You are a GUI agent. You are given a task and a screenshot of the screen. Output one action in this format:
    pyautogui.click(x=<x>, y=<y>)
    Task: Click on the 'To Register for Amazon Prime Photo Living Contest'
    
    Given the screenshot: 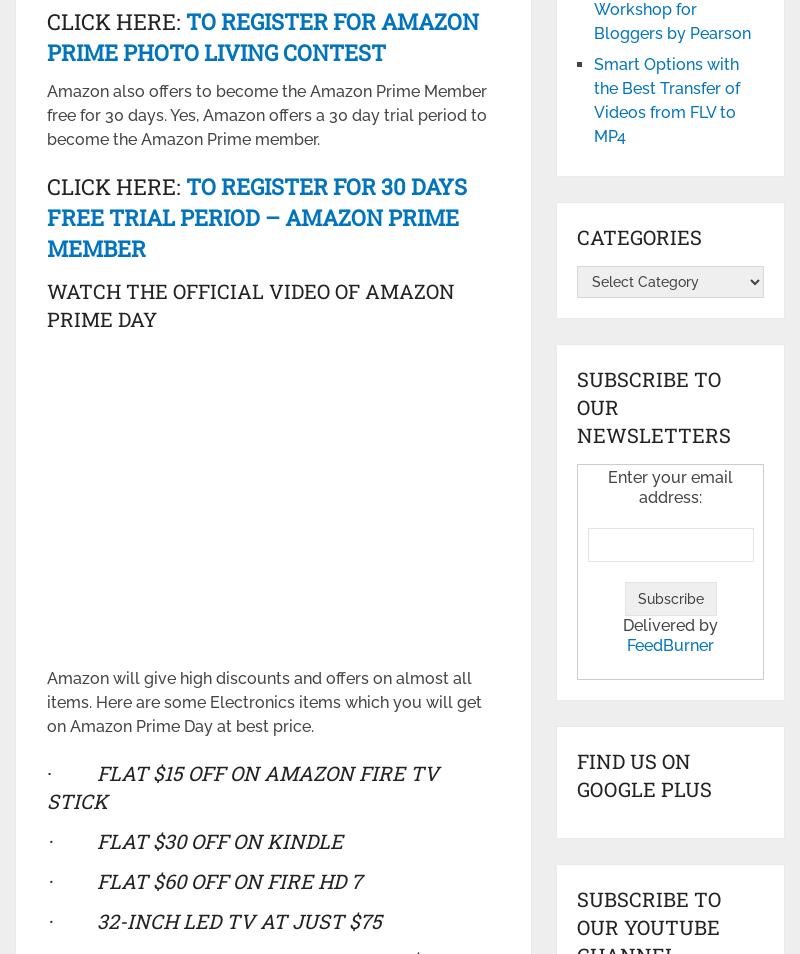 What is the action you would take?
    pyautogui.click(x=261, y=34)
    